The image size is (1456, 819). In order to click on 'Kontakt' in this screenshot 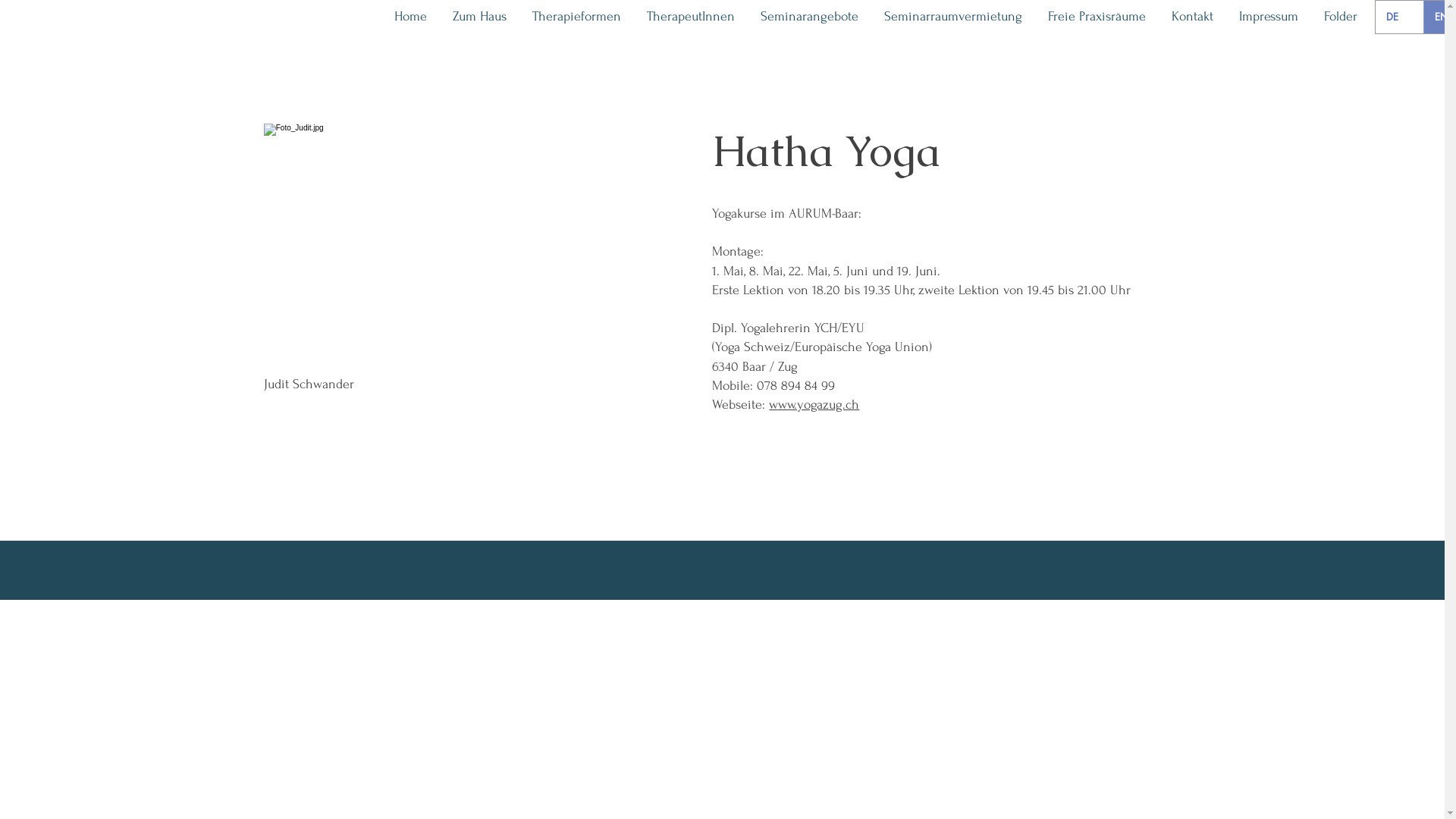, I will do `click(1191, 17)`.